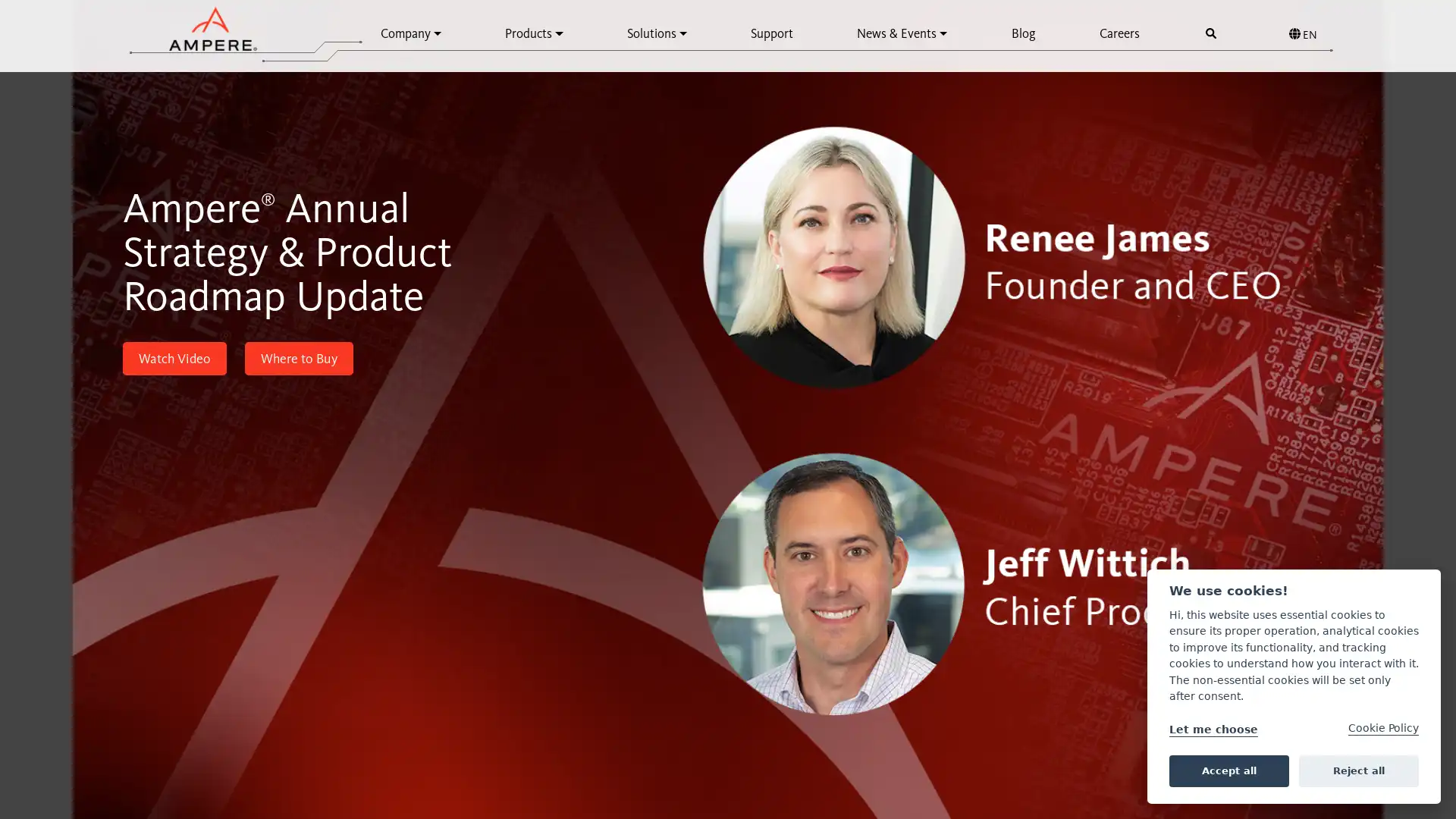 The width and height of the screenshot is (1456, 819). What do you see at coordinates (1210, 34) in the screenshot?
I see `Search` at bounding box center [1210, 34].